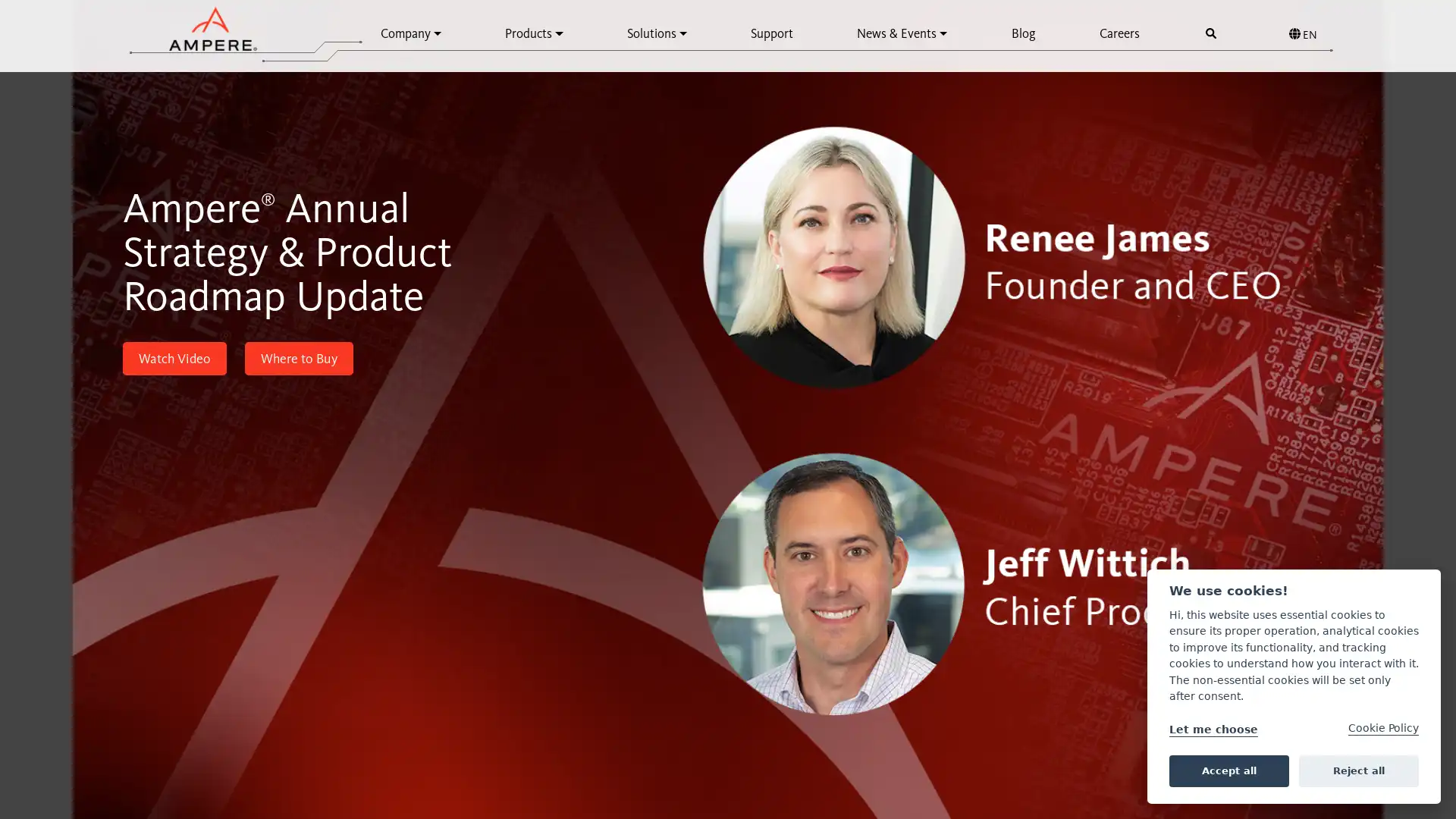 The width and height of the screenshot is (1456, 819). What do you see at coordinates (1210, 34) in the screenshot?
I see `Search` at bounding box center [1210, 34].